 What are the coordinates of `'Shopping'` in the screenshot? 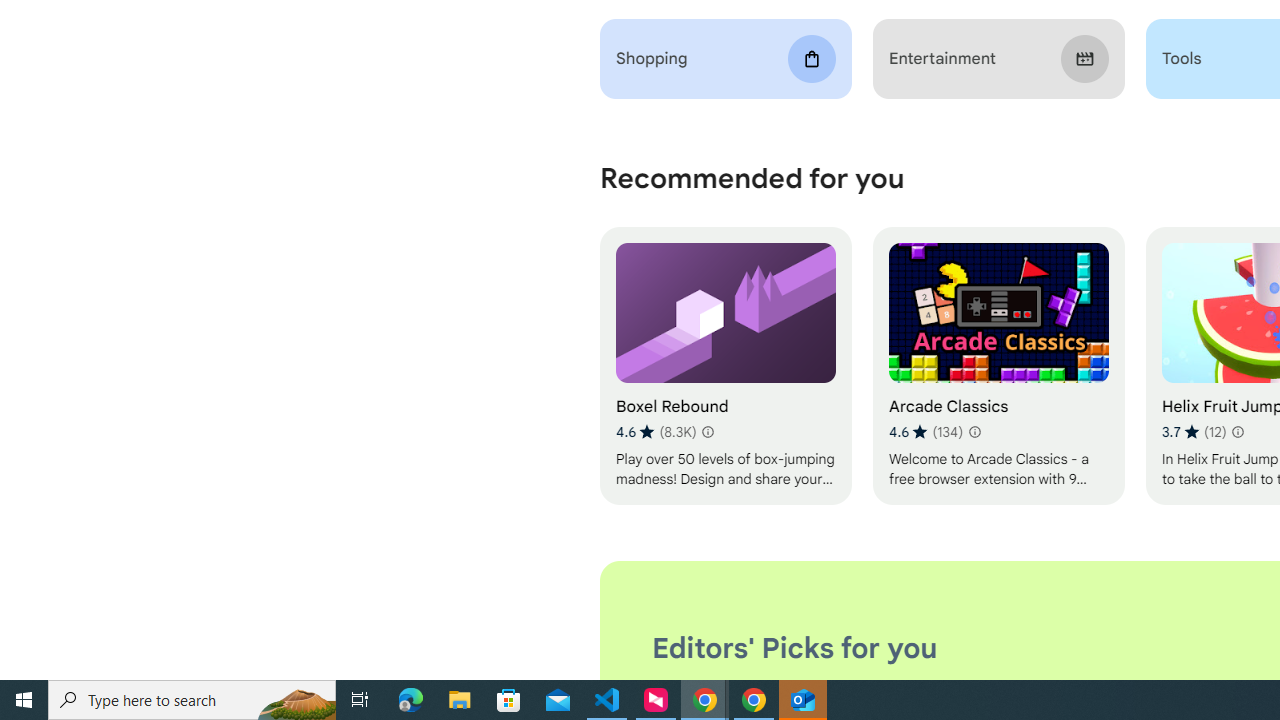 It's located at (724, 58).